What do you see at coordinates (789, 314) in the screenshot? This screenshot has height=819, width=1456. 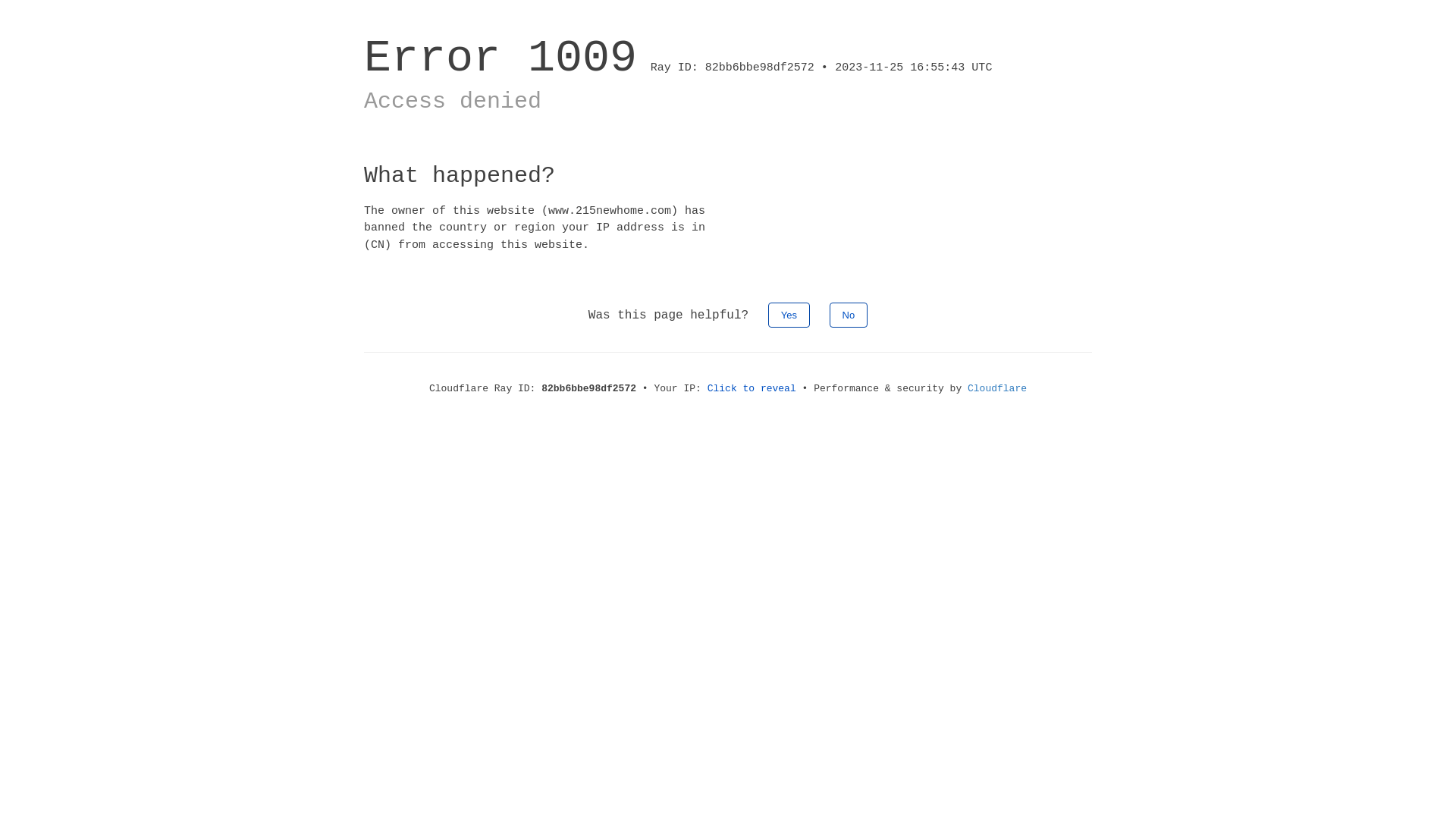 I see `'Yes'` at bounding box center [789, 314].